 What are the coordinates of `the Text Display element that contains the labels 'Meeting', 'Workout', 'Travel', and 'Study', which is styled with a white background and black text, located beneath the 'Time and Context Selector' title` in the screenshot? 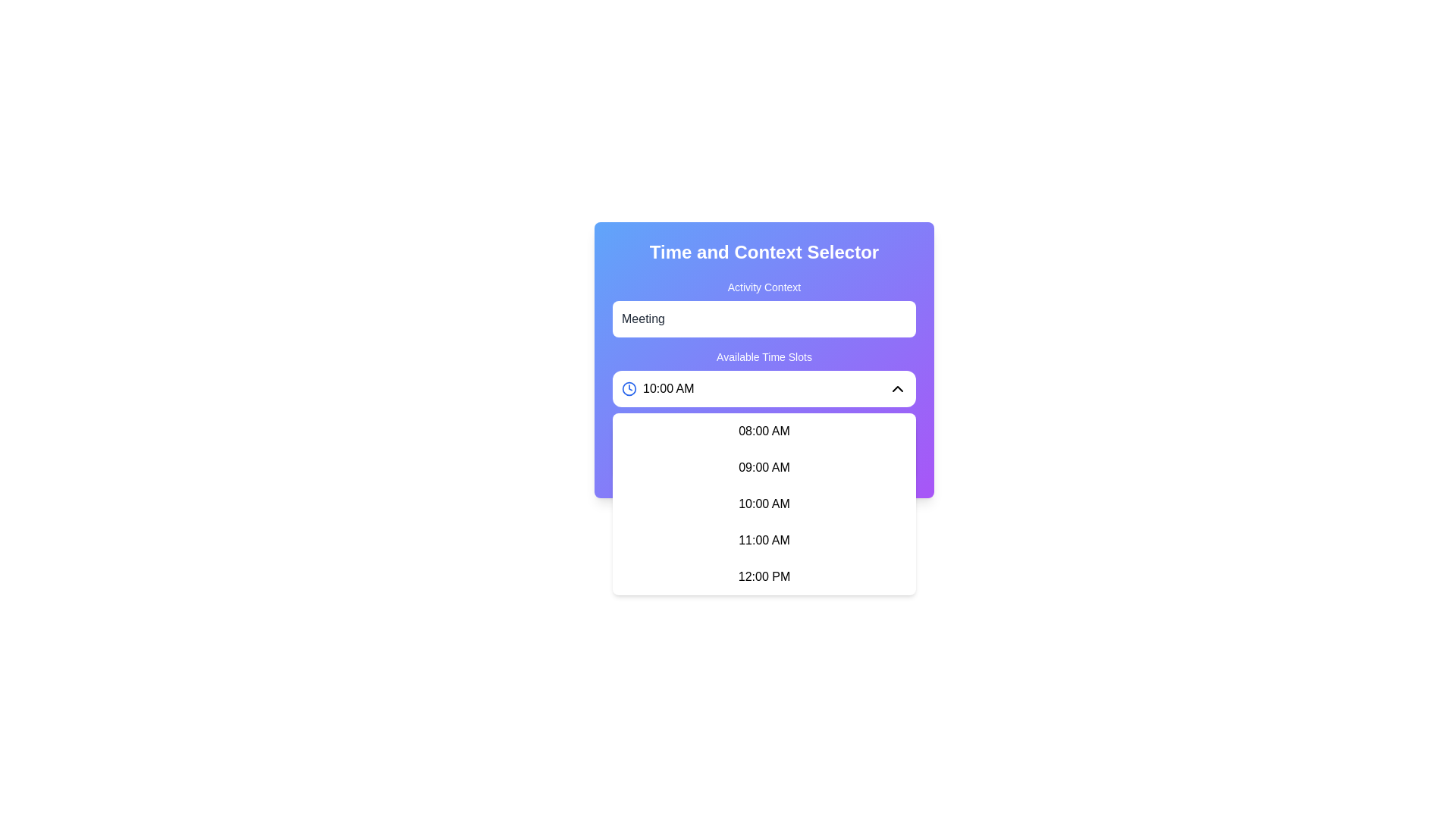 It's located at (764, 308).